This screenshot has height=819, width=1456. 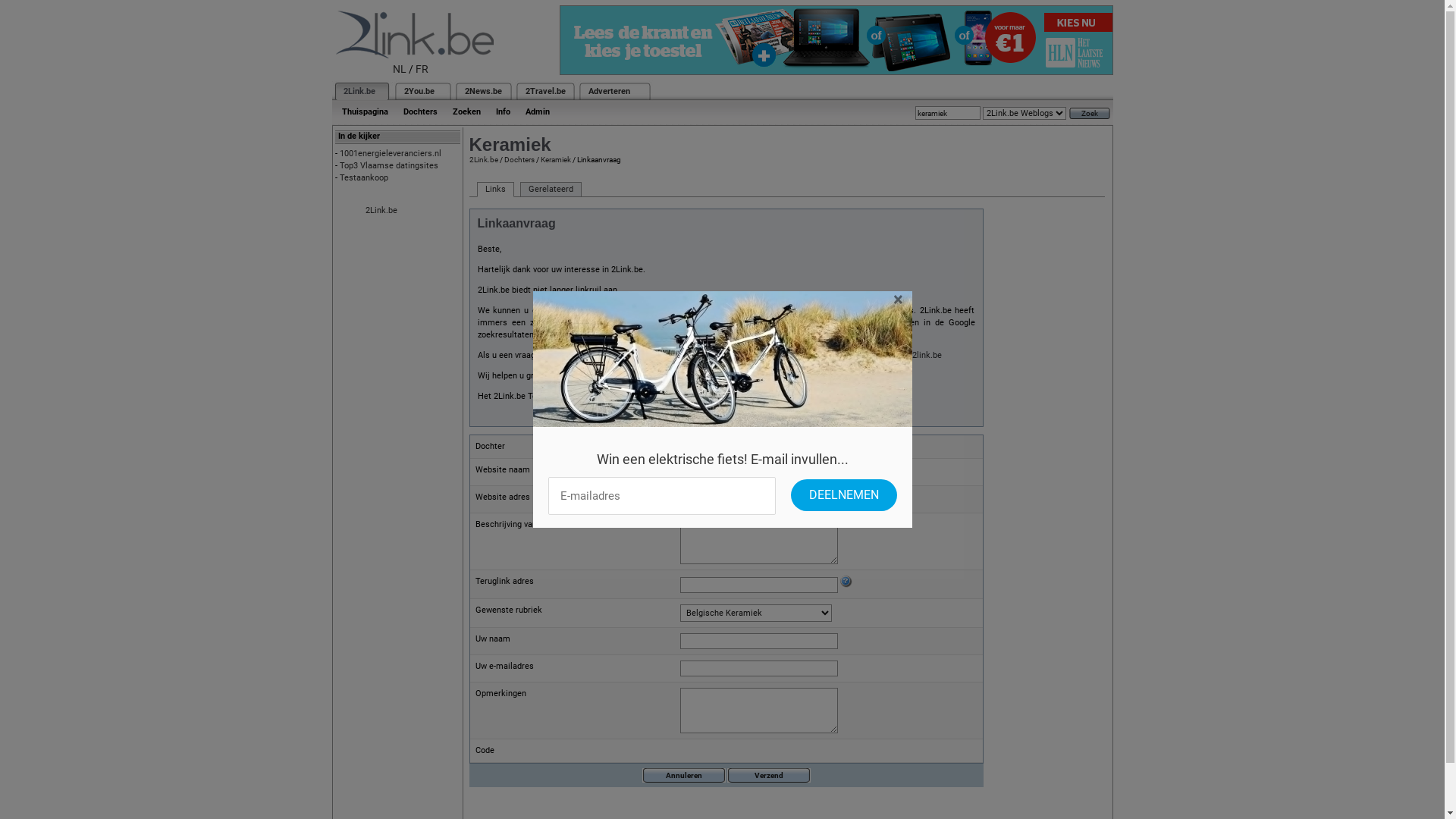 What do you see at coordinates (419, 91) in the screenshot?
I see `'2You.be'` at bounding box center [419, 91].